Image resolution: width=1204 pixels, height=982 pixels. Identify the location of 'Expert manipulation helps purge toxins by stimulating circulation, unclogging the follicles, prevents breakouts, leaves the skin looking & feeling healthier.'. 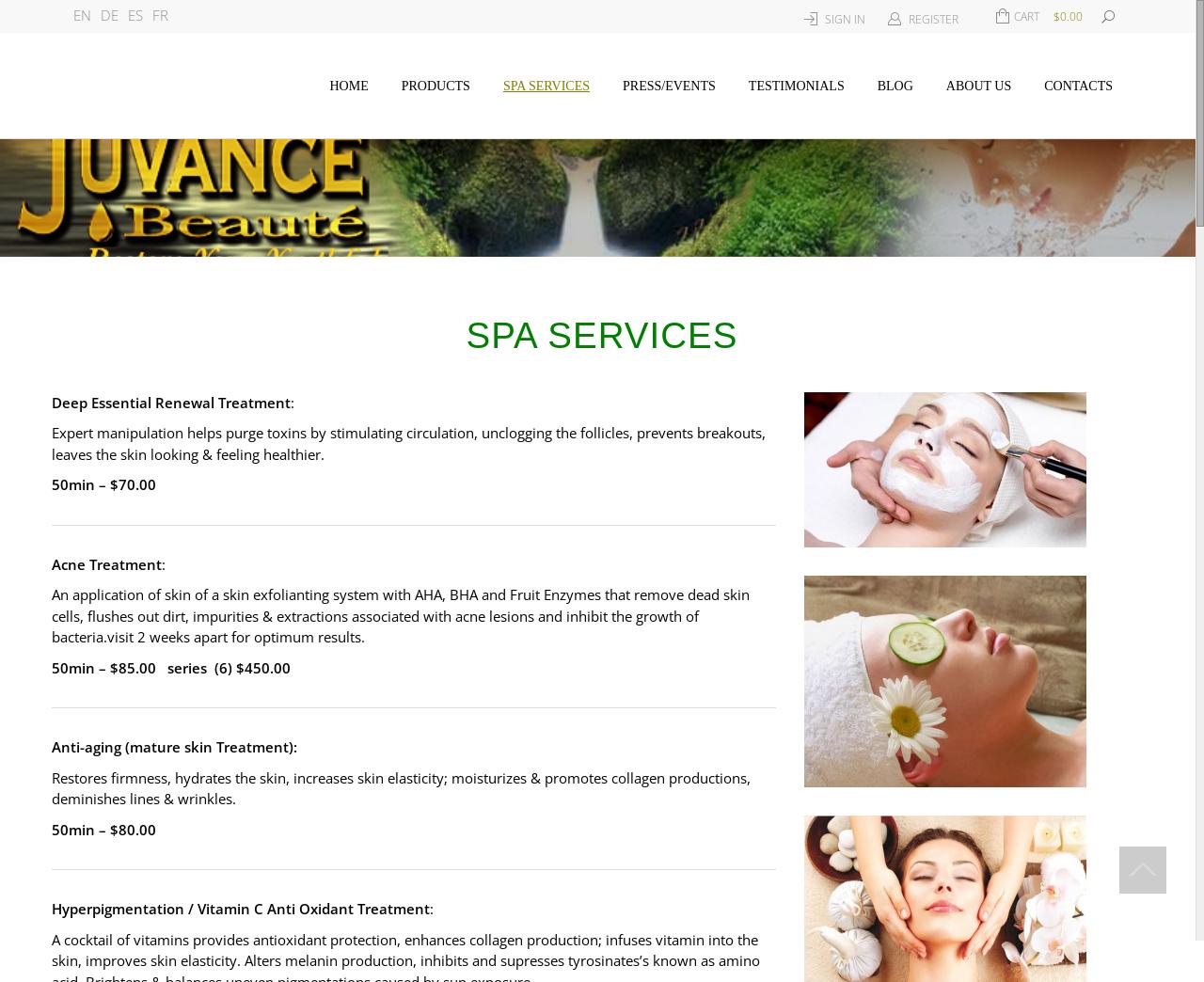
(407, 442).